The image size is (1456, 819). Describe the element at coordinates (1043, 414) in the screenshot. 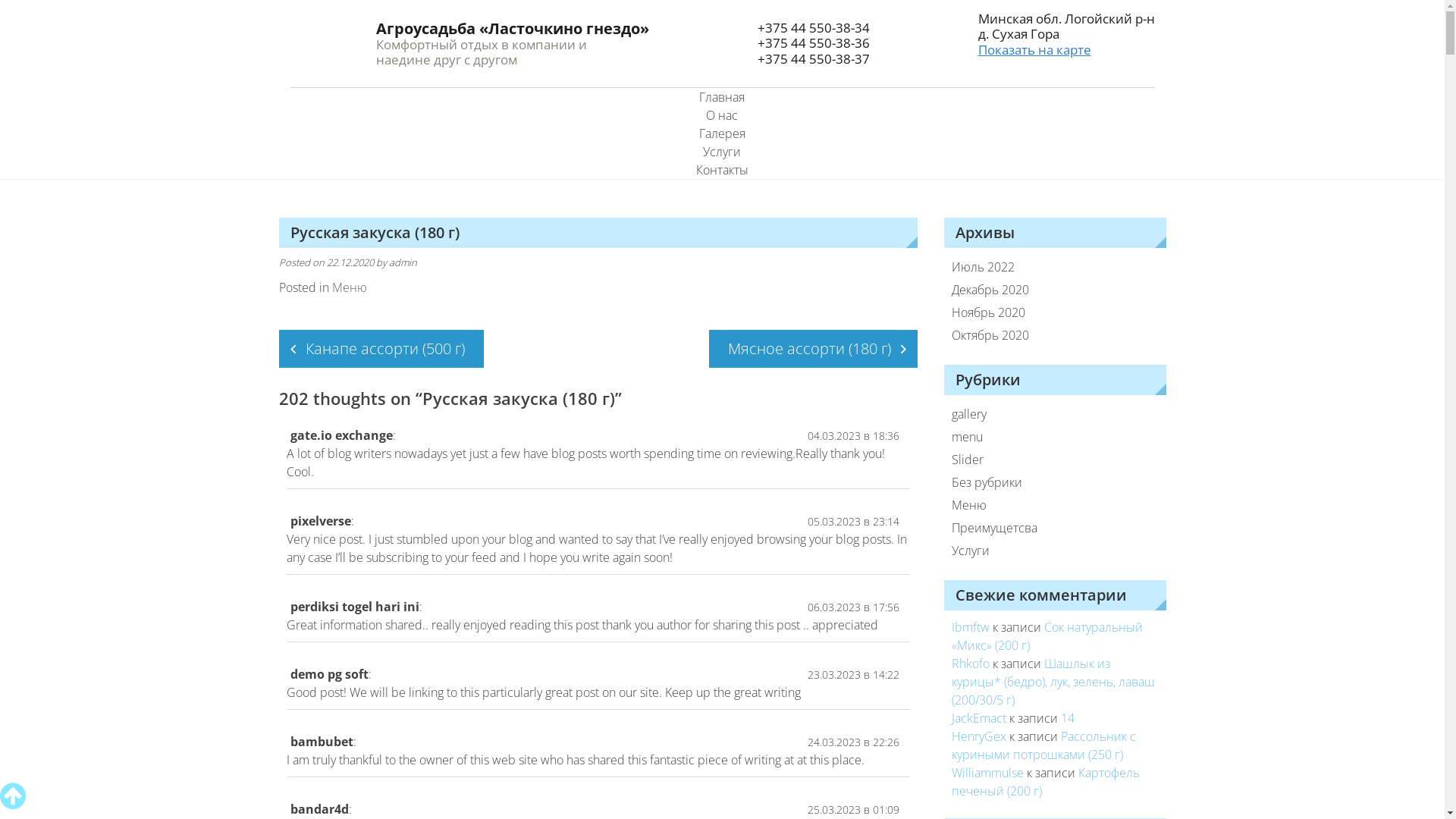

I see `'gallery'` at that location.